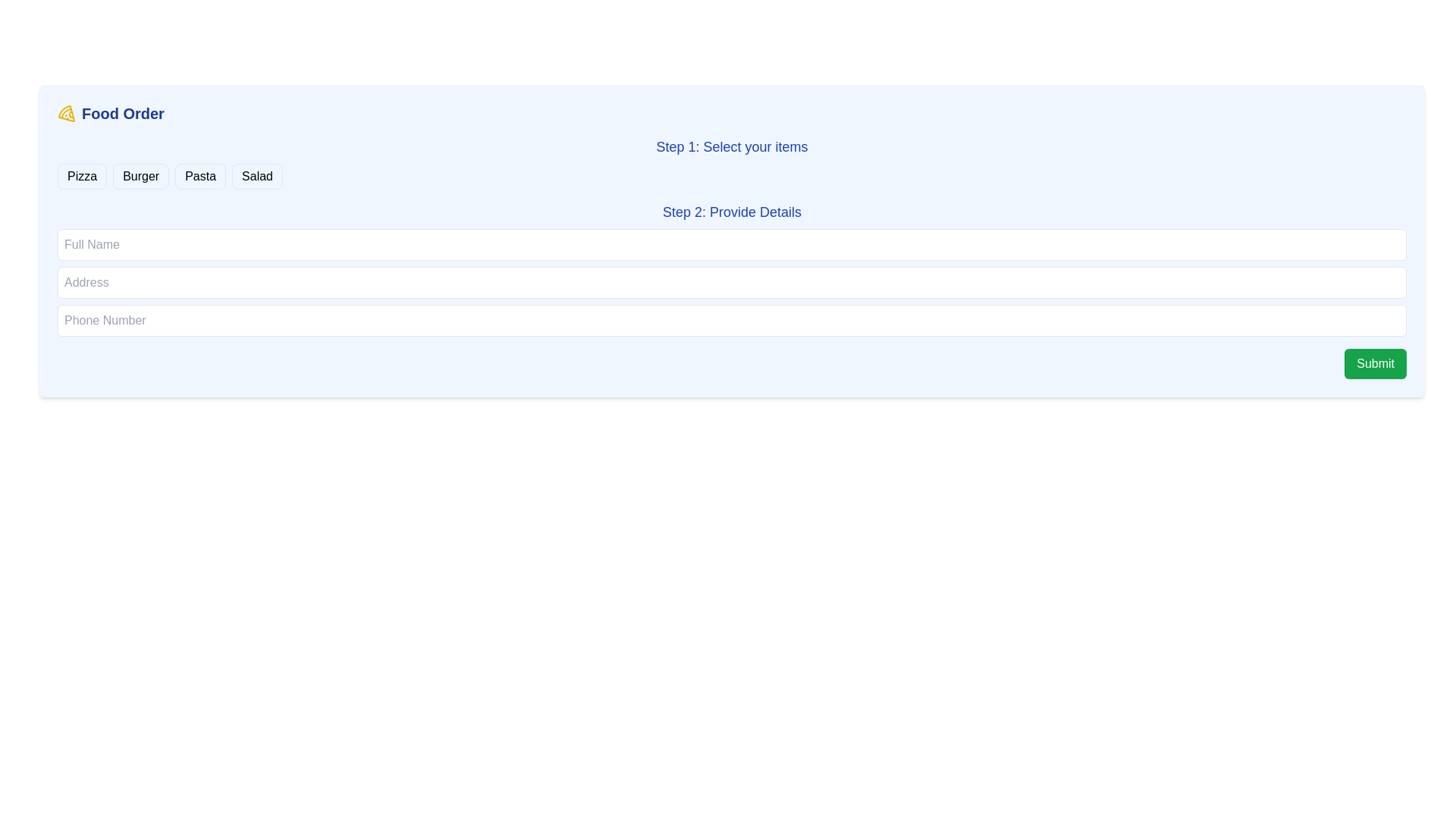 The width and height of the screenshot is (1456, 819). What do you see at coordinates (141, 175) in the screenshot?
I see `the 'Burger' button` at bounding box center [141, 175].